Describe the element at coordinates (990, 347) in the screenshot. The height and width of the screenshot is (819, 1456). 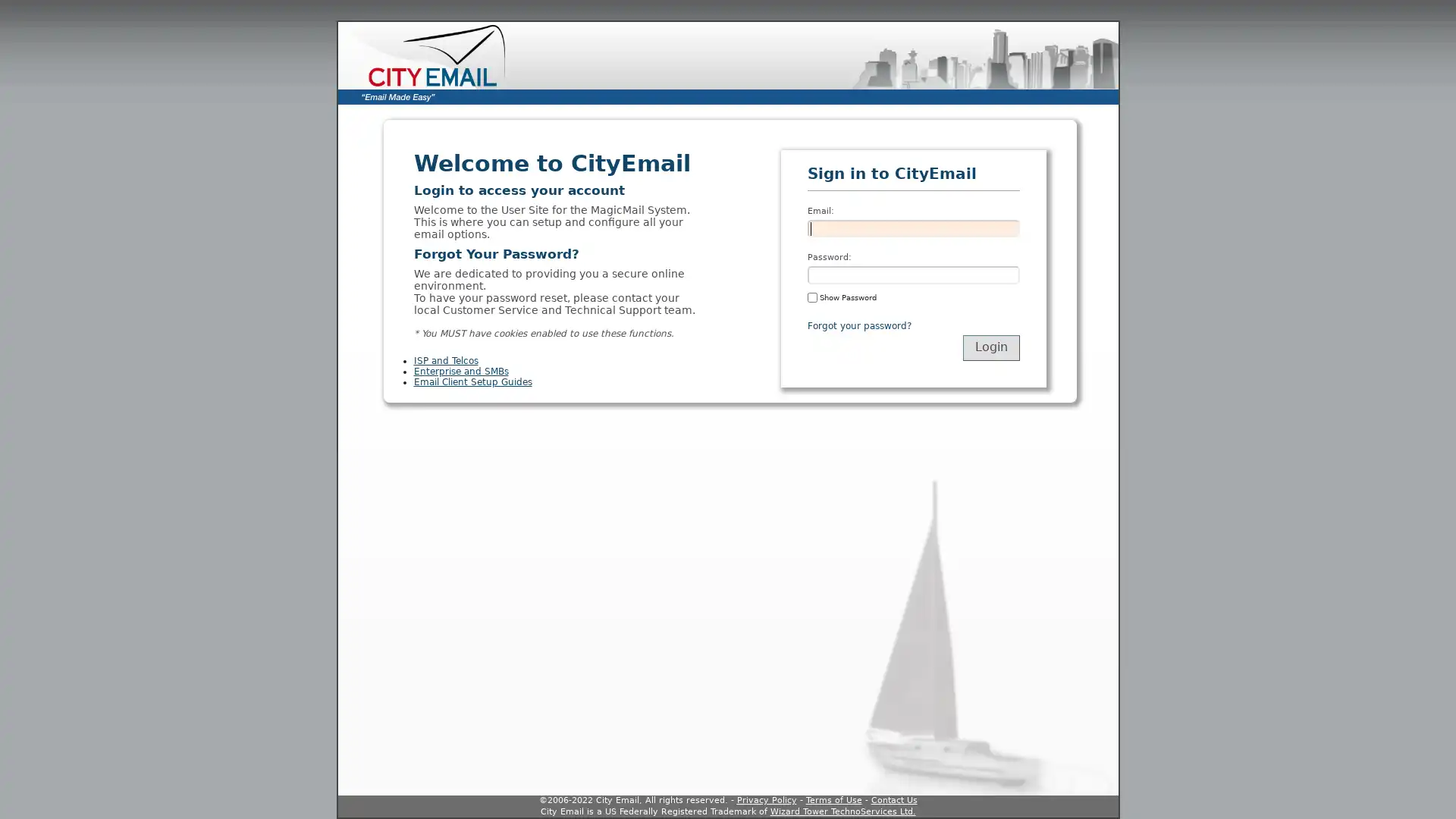
I see `Login` at that location.